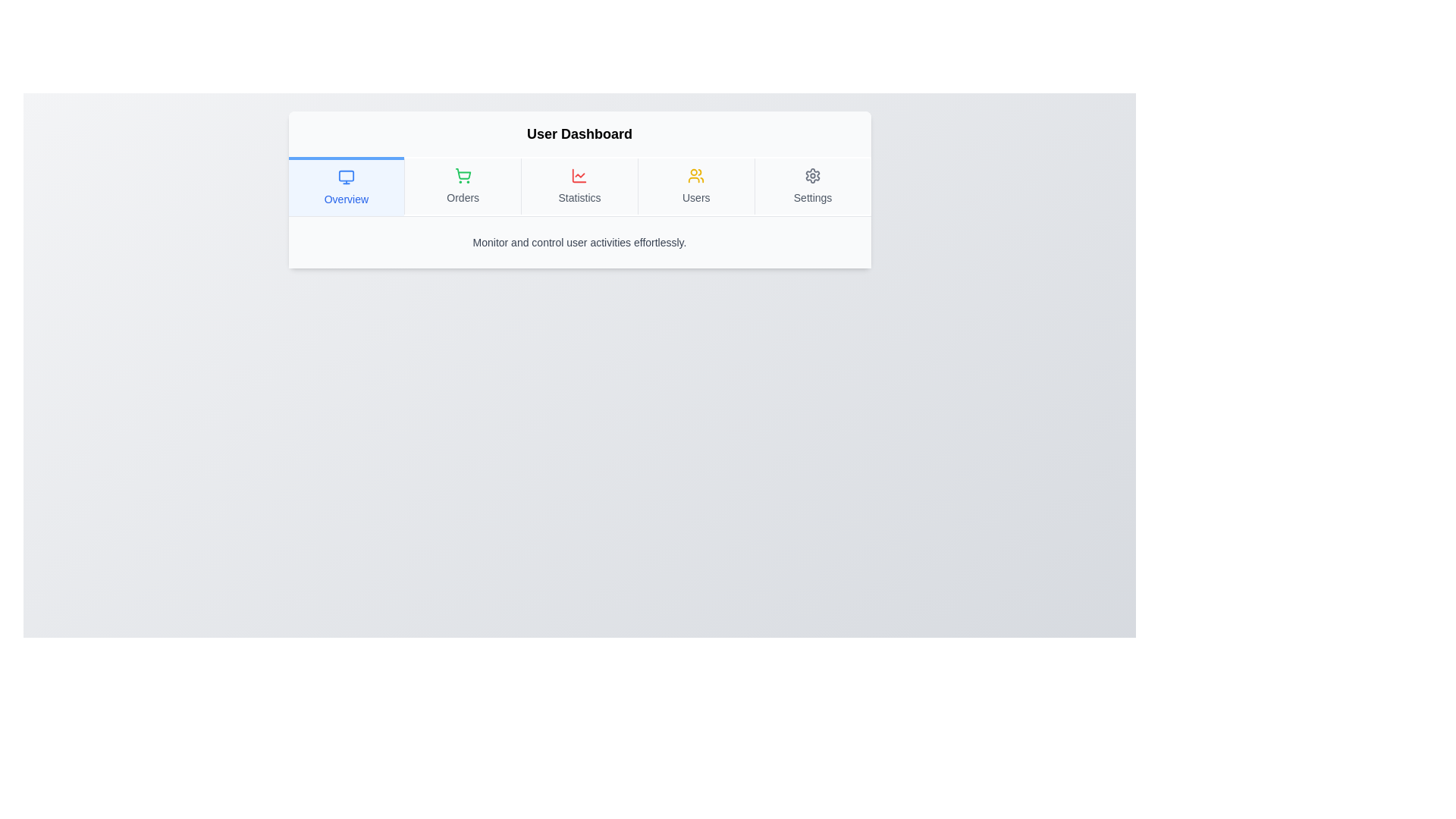 The width and height of the screenshot is (1456, 819). What do you see at coordinates (579, 242) in the screenshot?
I see `the text label that displays 'Monitor and control user activities effortlessly.' which is located below the navigation tabs in the User Dashboard interface` at bounding box center [579, 242].